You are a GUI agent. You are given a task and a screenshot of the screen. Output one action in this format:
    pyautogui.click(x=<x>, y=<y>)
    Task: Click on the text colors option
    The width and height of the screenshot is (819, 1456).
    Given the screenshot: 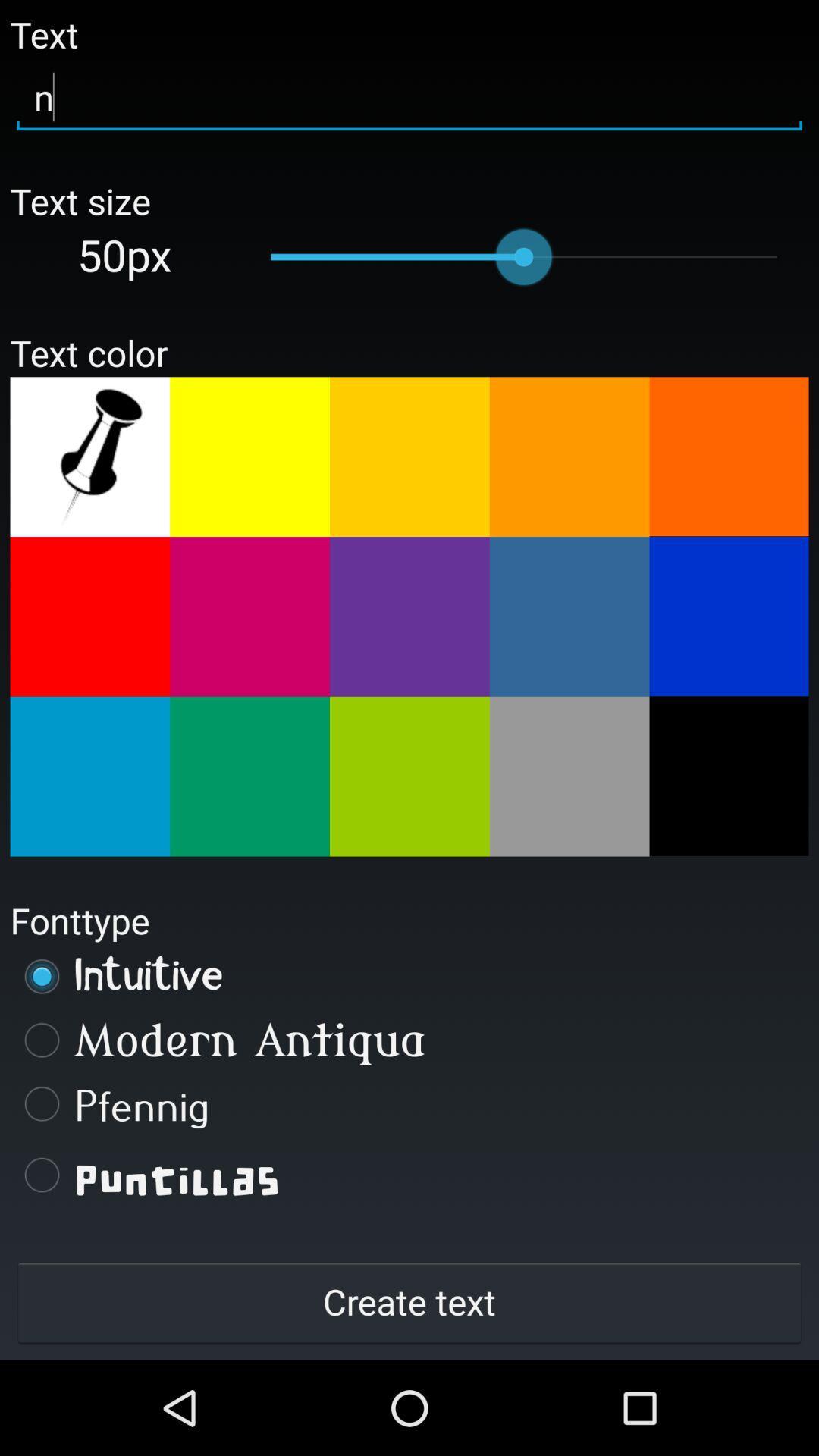 What is the action you would take?
    pyautogui.click(x=249, y=456)
    